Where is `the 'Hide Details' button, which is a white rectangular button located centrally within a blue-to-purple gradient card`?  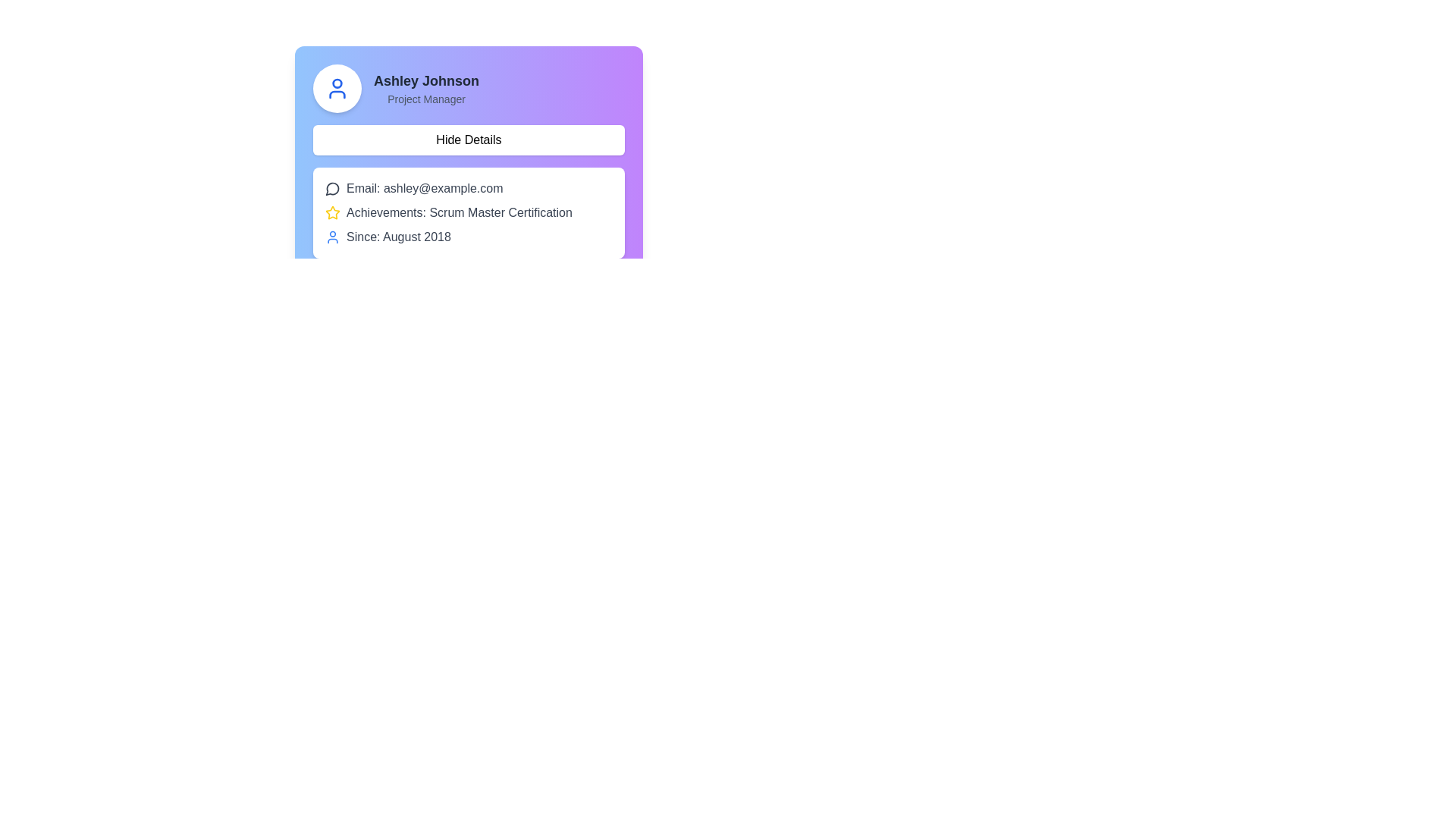 the 'Hide Details' button, which is a white rectangular button located centrally within a blue-to-purple gradient card is located at coordinates (468, 143).